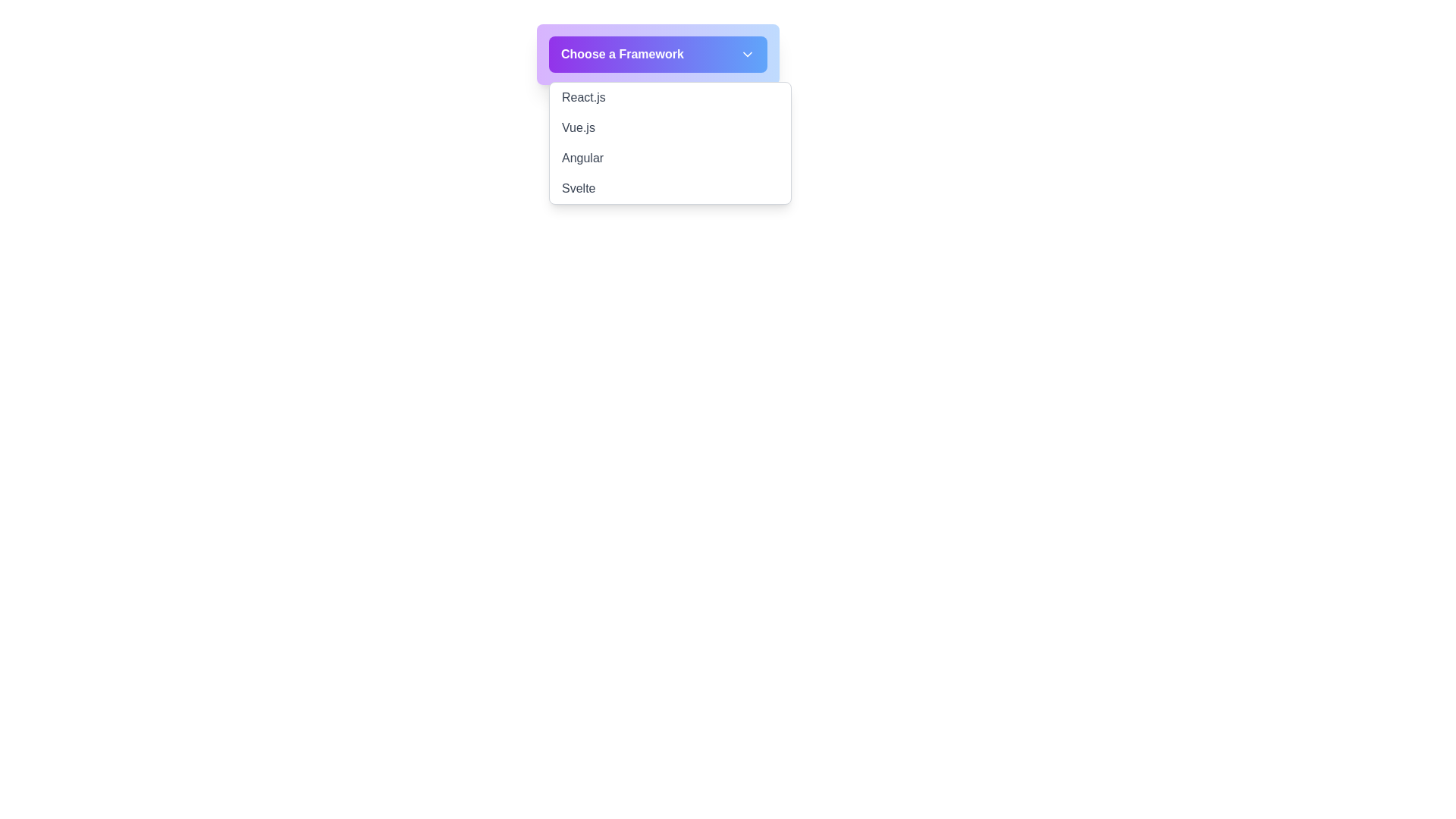  I want to click on the dropdown menu that presents options for selecting a framework: 'React.js', 'Vue.js', 'Angular', and 'Svelte', so click(669, 143).